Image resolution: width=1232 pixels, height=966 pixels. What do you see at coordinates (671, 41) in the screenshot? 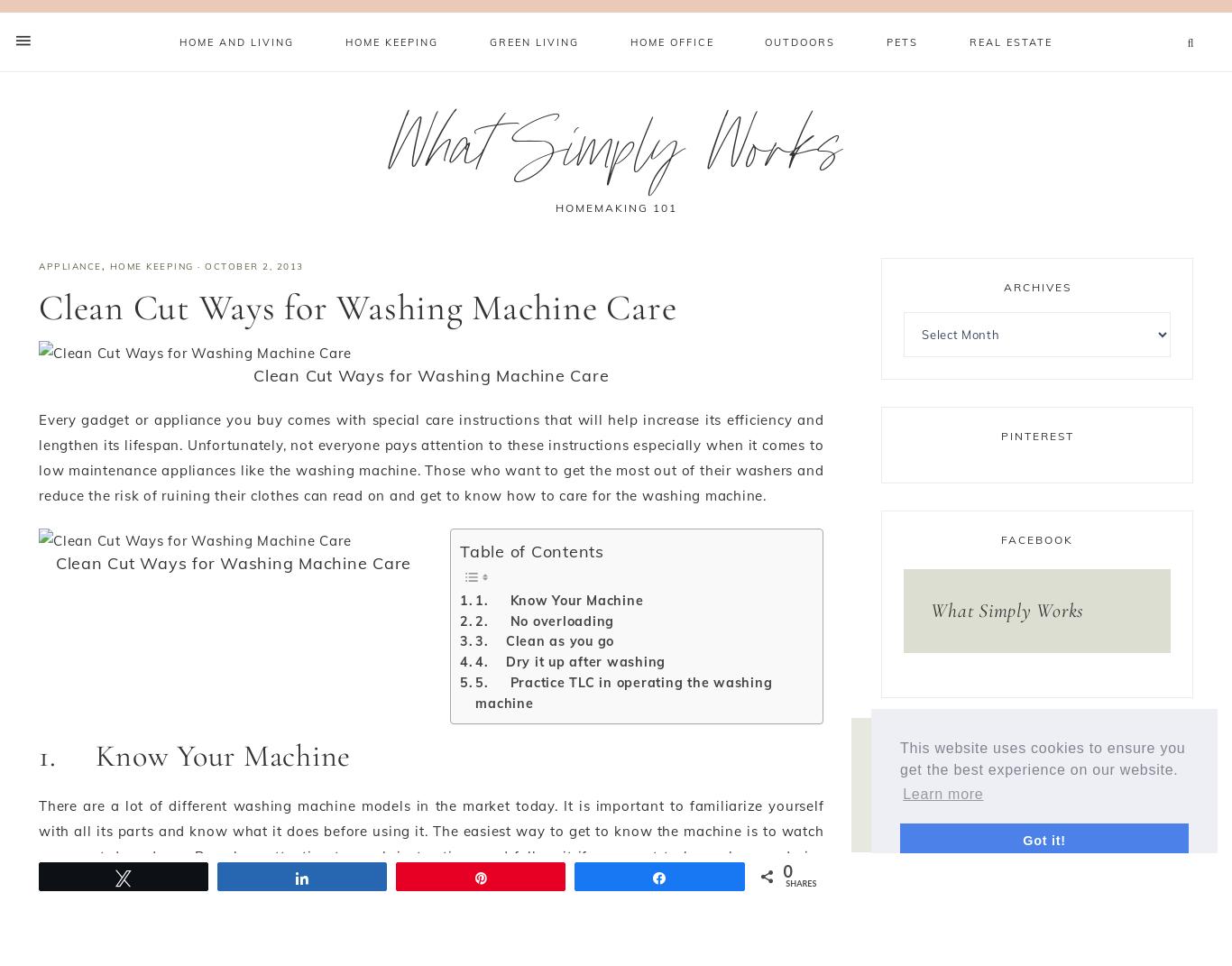
I see `'Home Office'` at bounding box center [671, 41].